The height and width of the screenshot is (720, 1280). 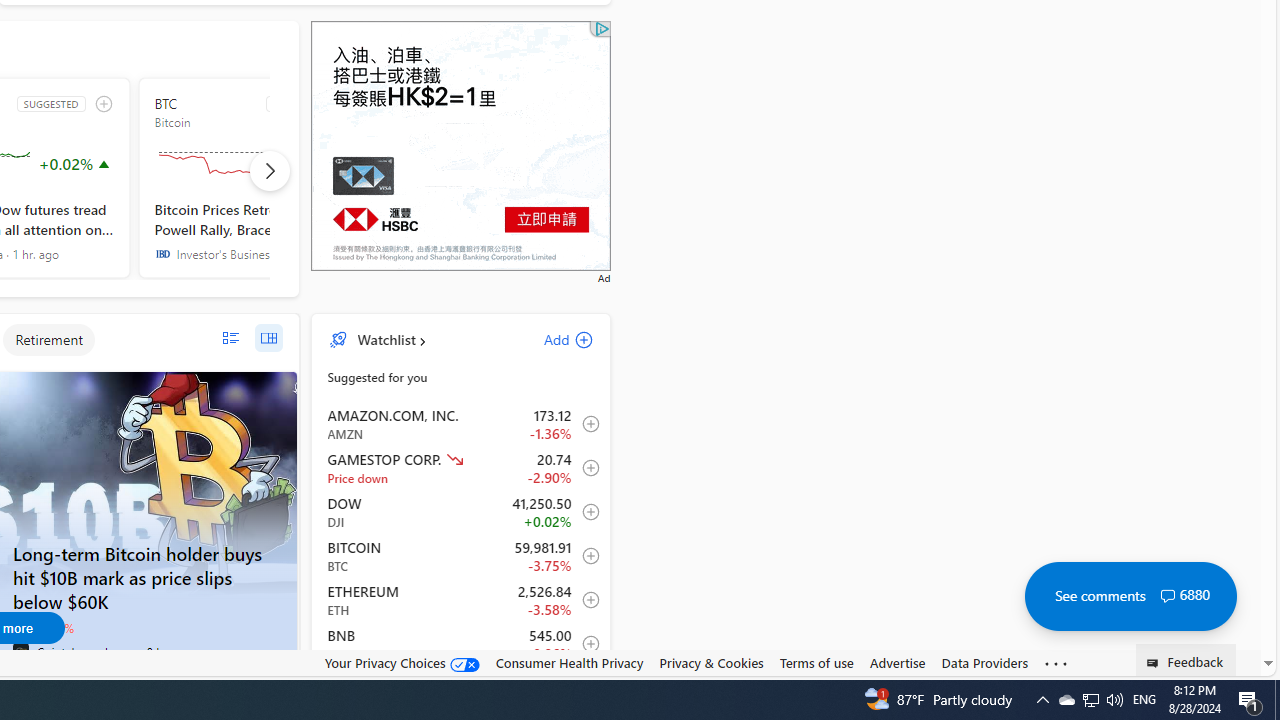 What do you see at coordinates (1055, 663) in the screenshot?
I see `'Class: oneFooter_seeMore-DS-EntryPoint1-1'` at bounding box center [1055, 663].